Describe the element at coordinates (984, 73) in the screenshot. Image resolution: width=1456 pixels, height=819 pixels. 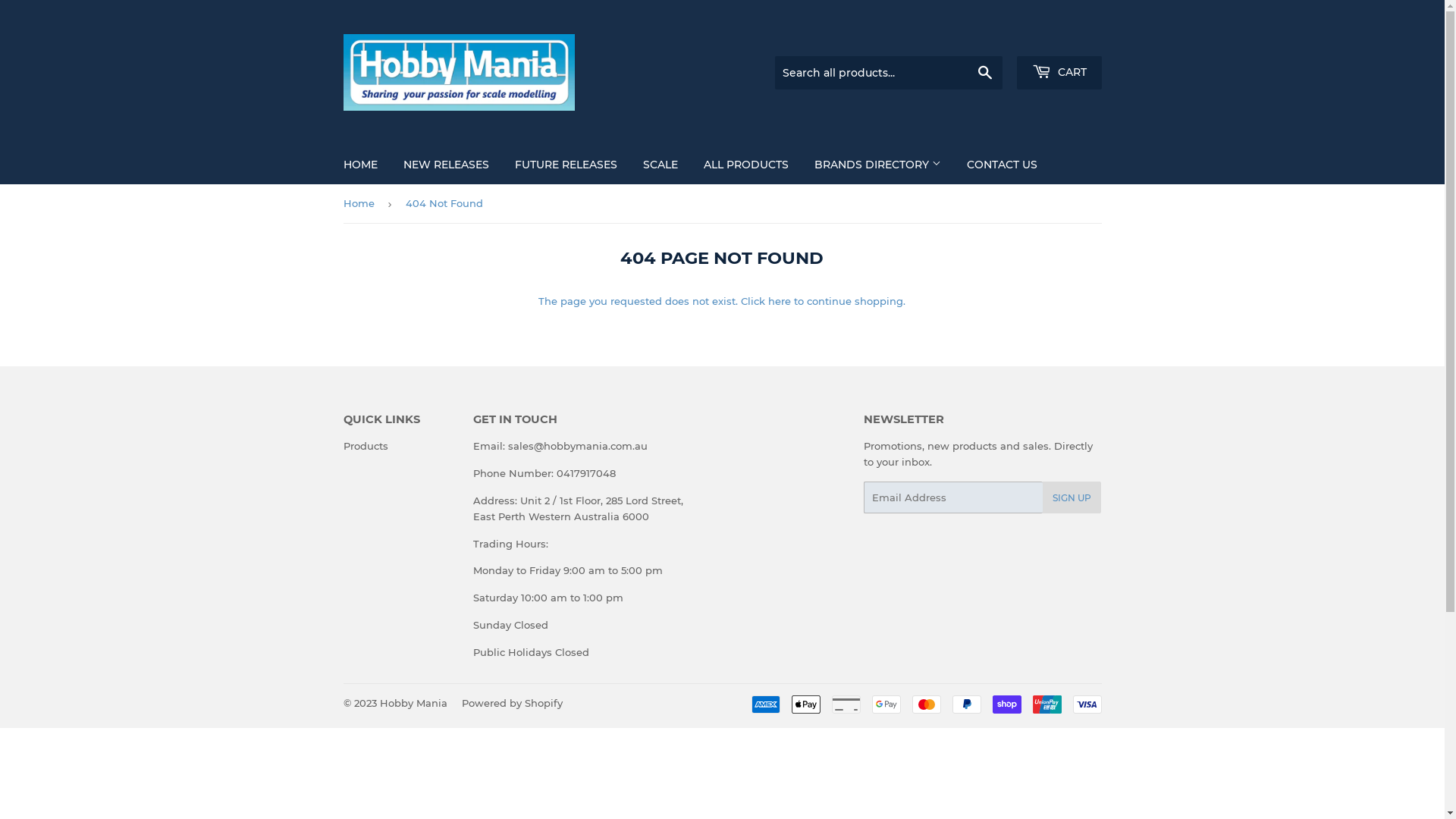
I see `'Search'` at that location.